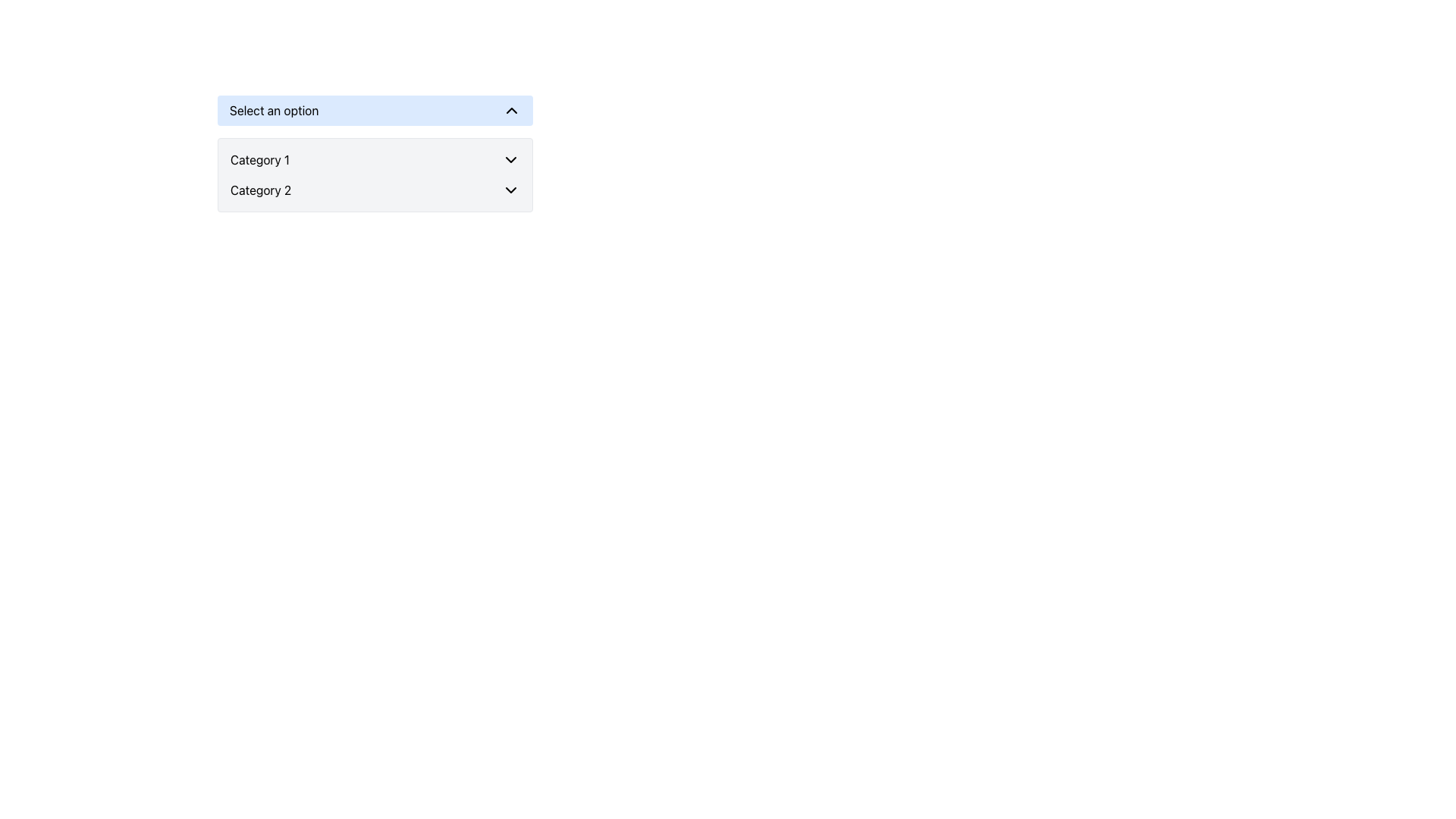  I want to click on the text label displaying 'Category 2' in the dropdown menu, which is located directly below the 'Category 1' label, so click(261, 189).